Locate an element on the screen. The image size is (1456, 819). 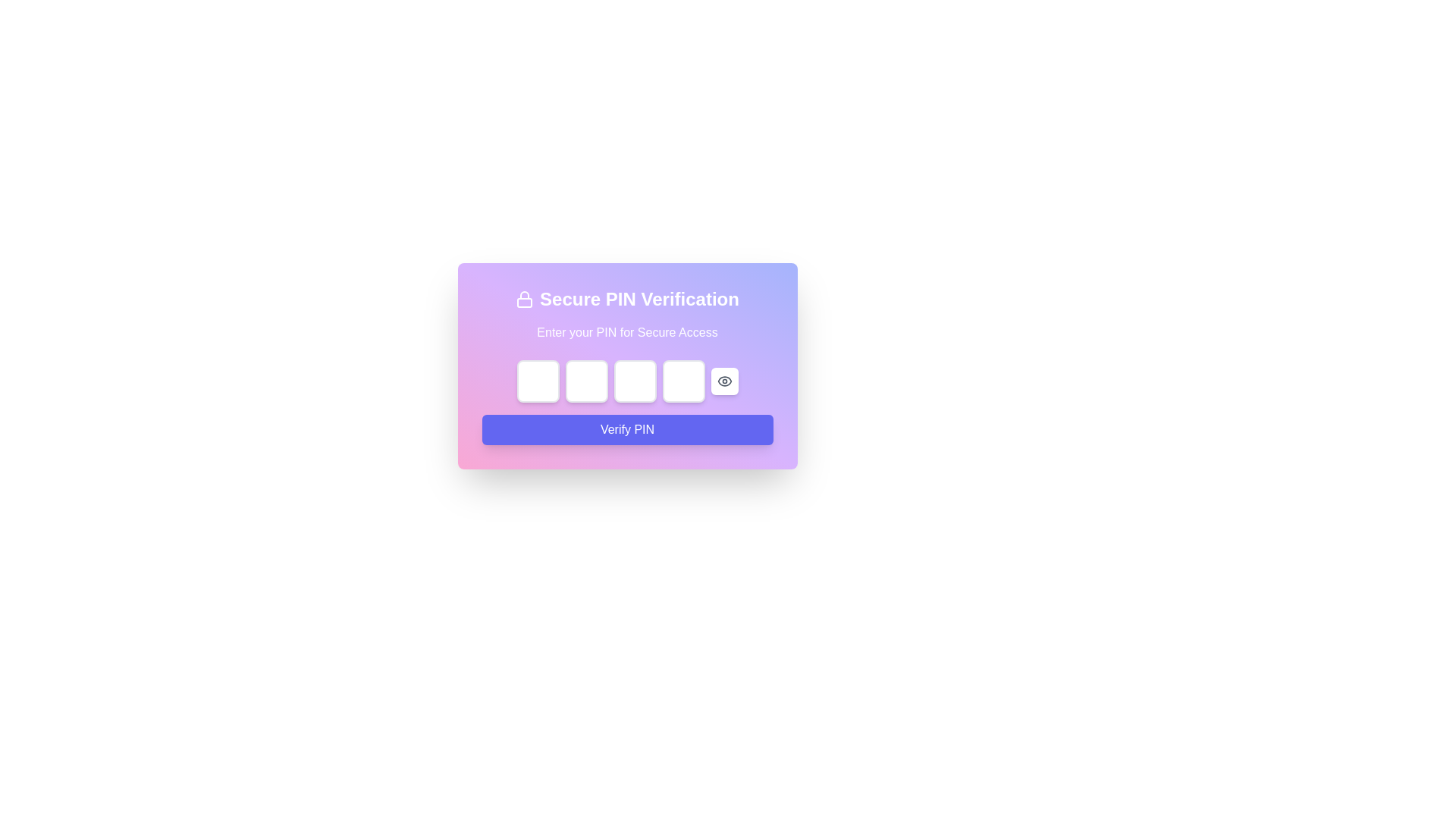
the Password input field to set focus for typing a single character for PIN verification is located at coordinates (538, 380).